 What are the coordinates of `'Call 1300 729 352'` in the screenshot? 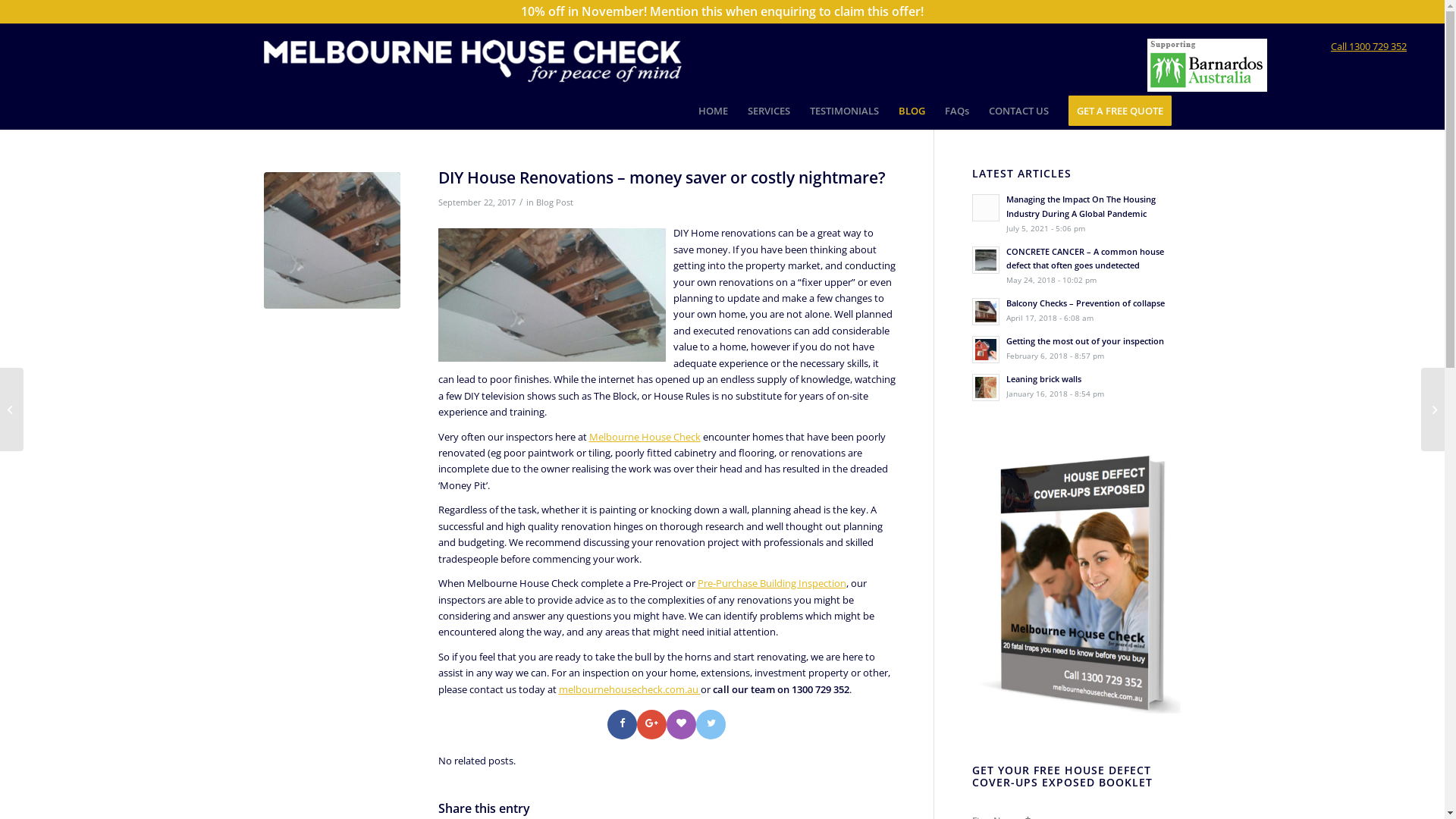 It's located at (1368, 45).